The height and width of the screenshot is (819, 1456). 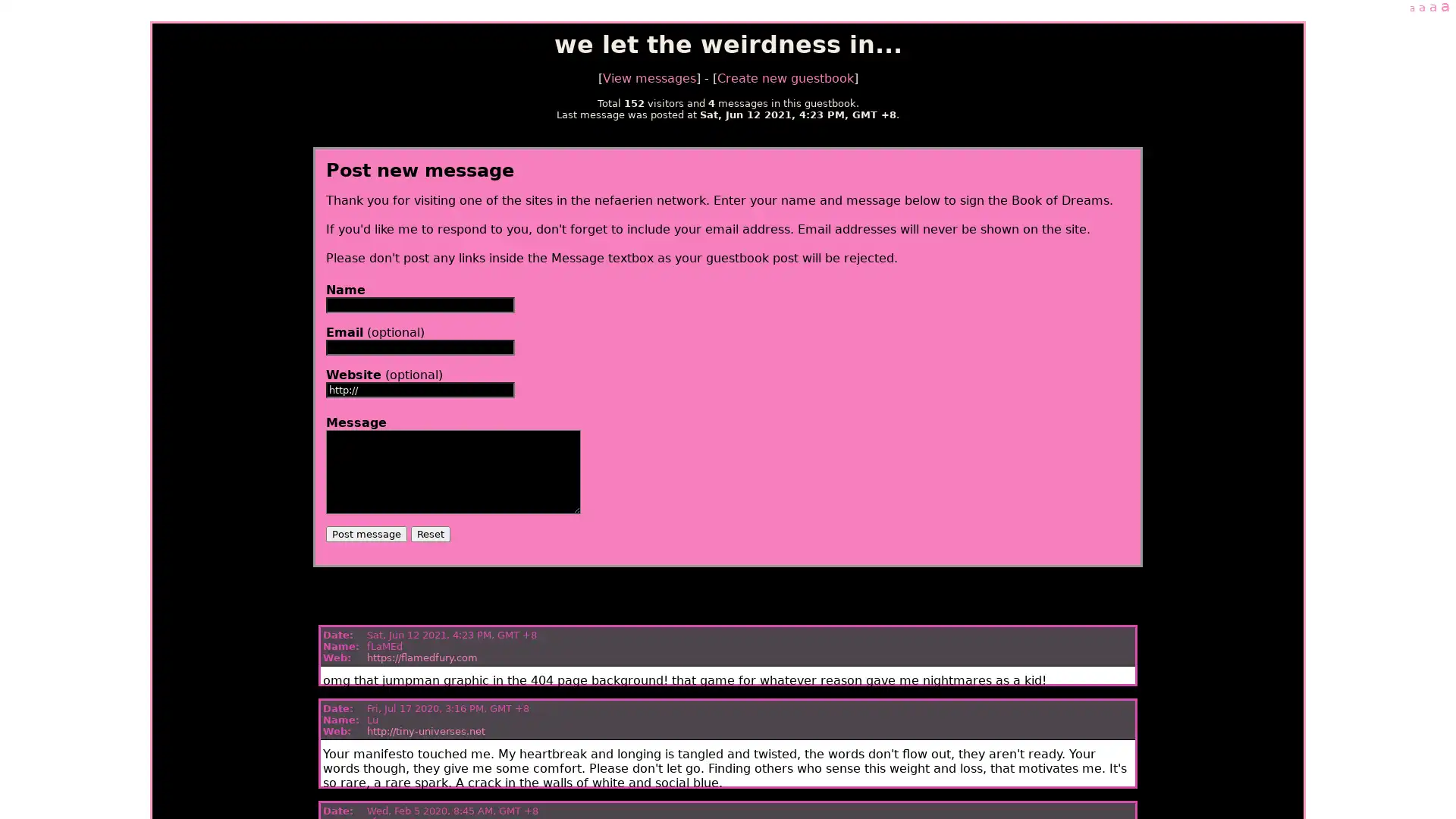 I want to click on Post message, so click(x=366, y=533).